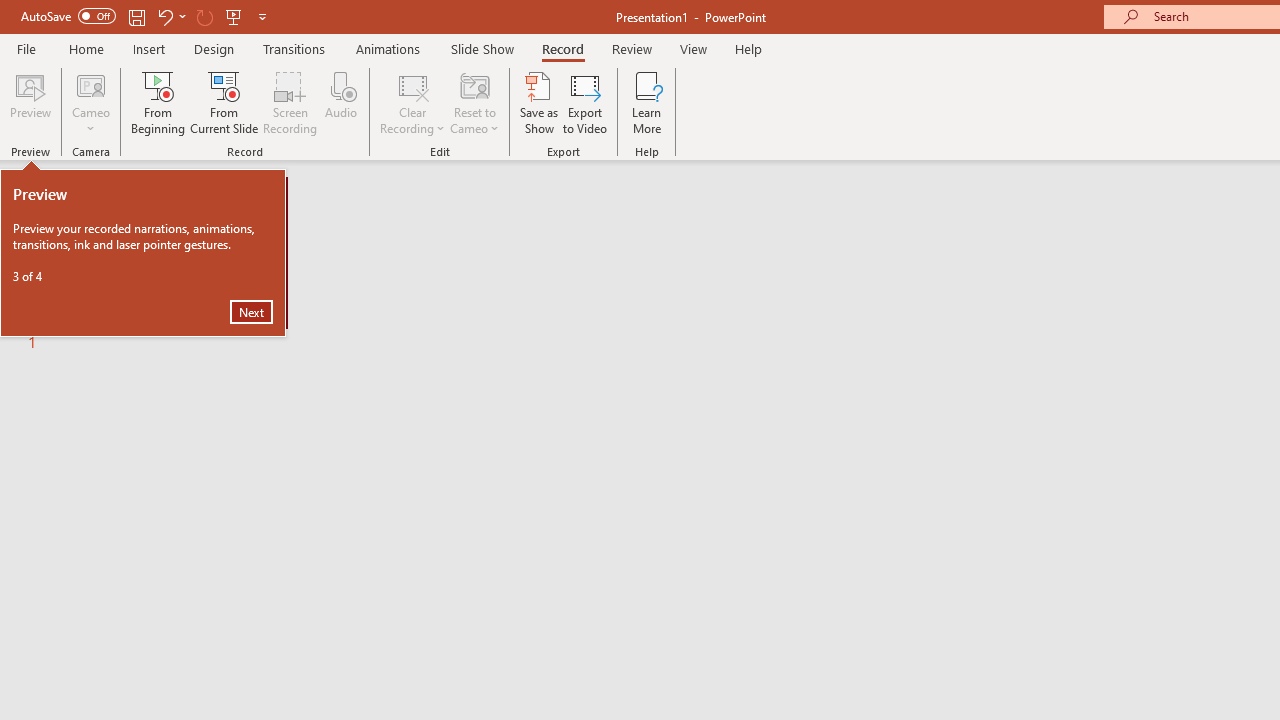 This screenshot has height=720, width=1280. What do you see at coordinates (539, 103) in the screenshot?
I see `'Save as Show'` at bounding box center [539, 103].